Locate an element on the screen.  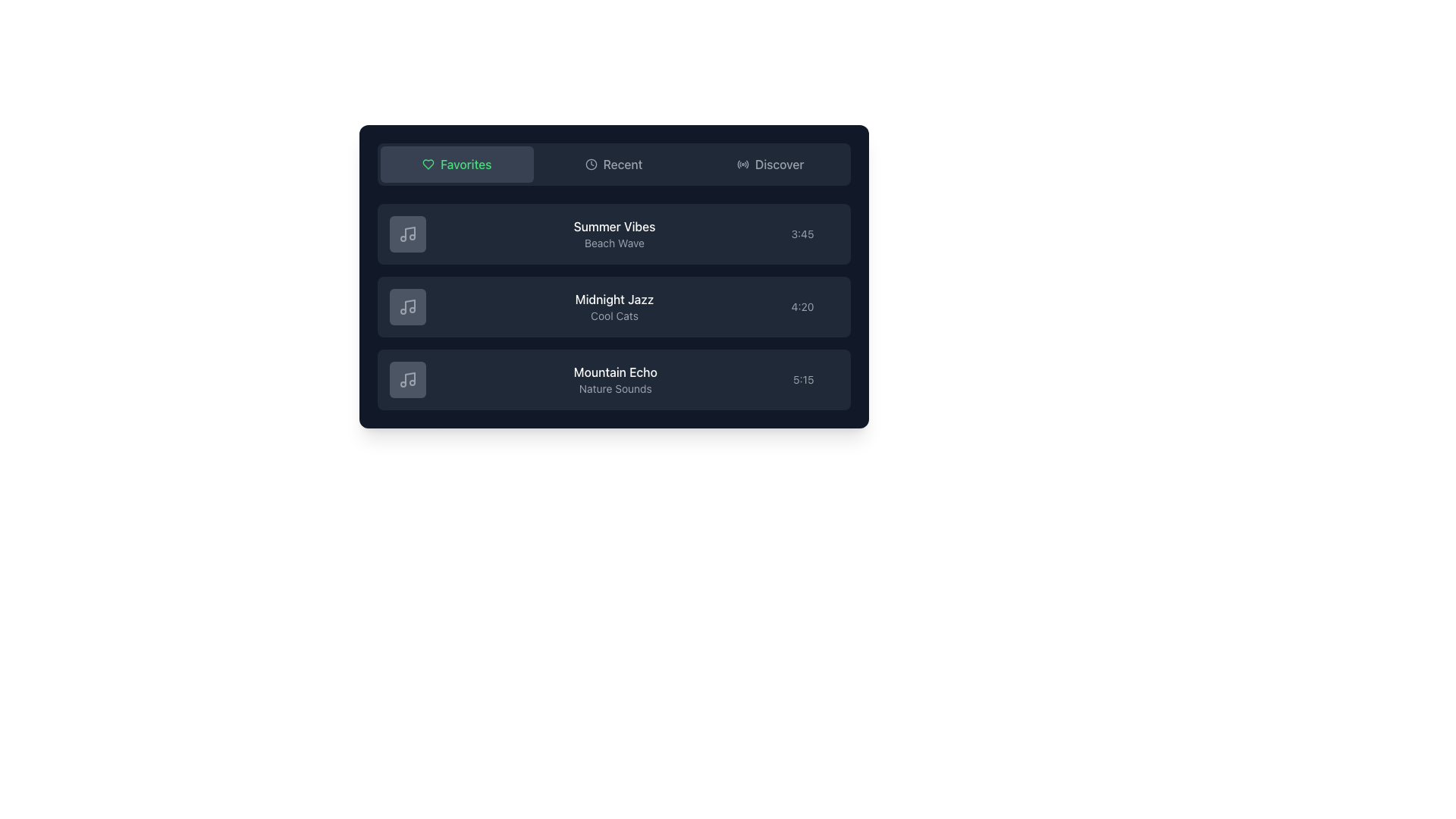
the action button located in the bottom row of the list next to the time '5:15', associated with the title 'Mountain Echo' and subtitle 'Nature Sounds' is located at coordinates (831, 379).